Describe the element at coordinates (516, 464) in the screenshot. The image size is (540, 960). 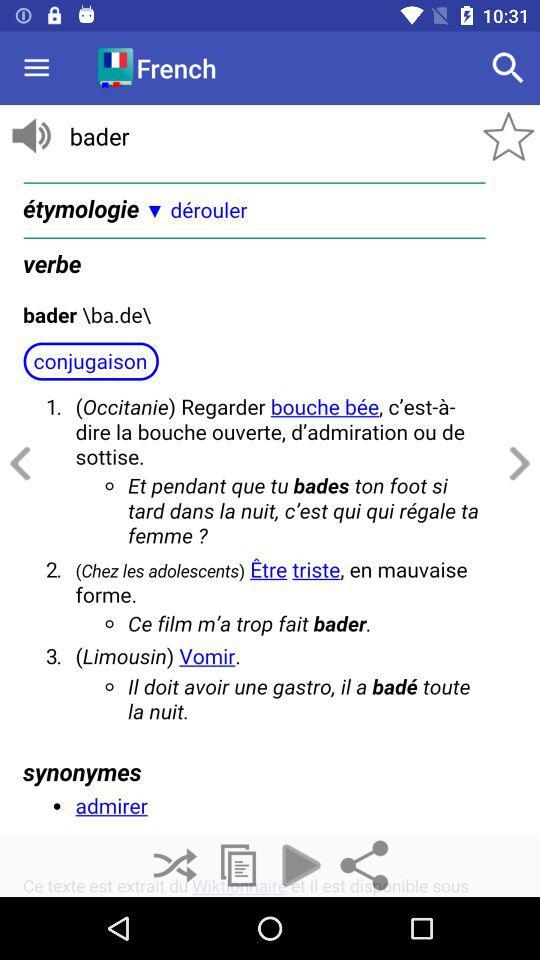
I see `next button` at that location.